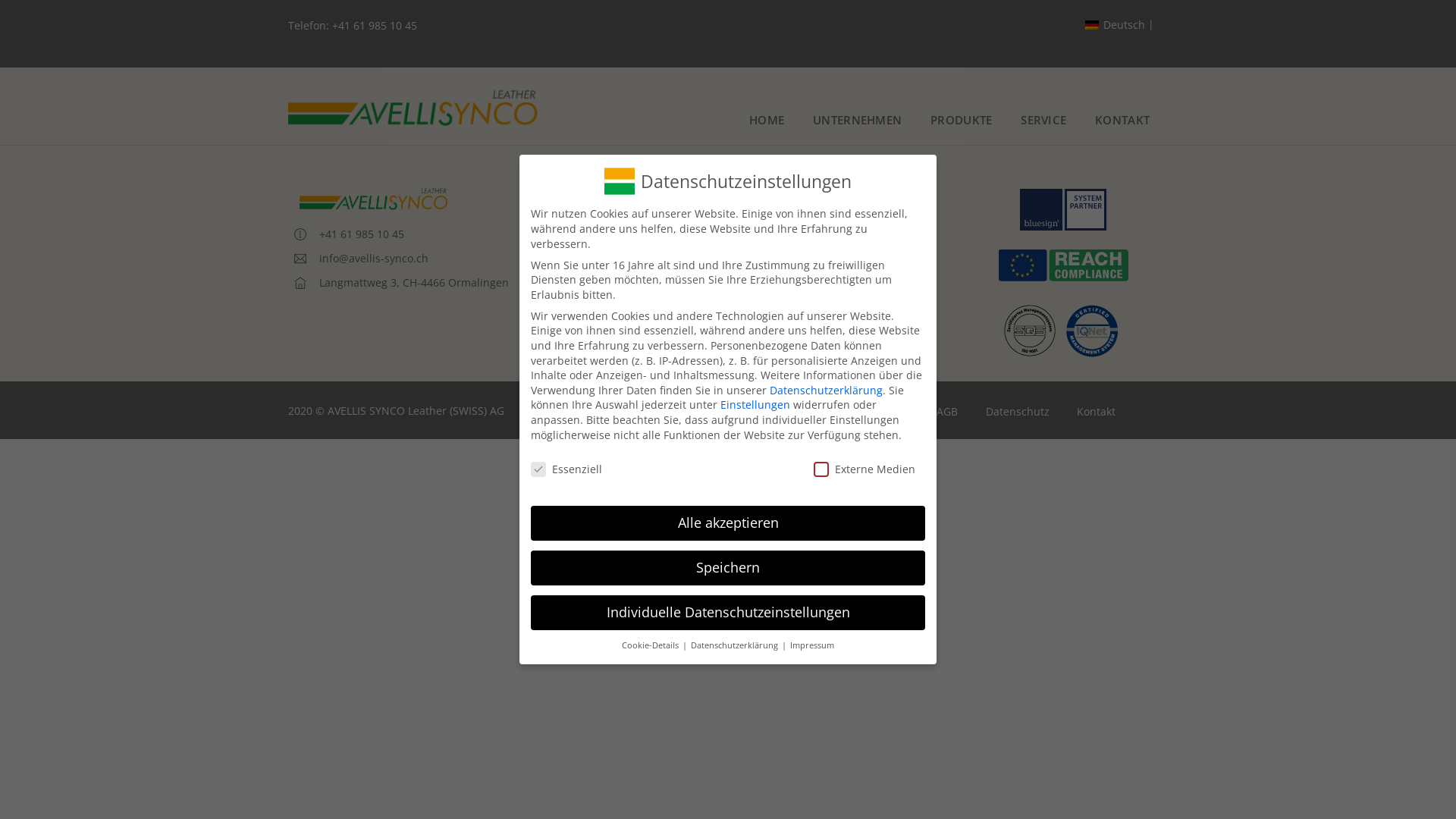 The height and width of the screenshot is (819, 1456). Describe the element at coordinates (724, 271) in the screenshot. I see `'Ihr Weg zu Avellis-Synco Leather Swiss'` at that location.